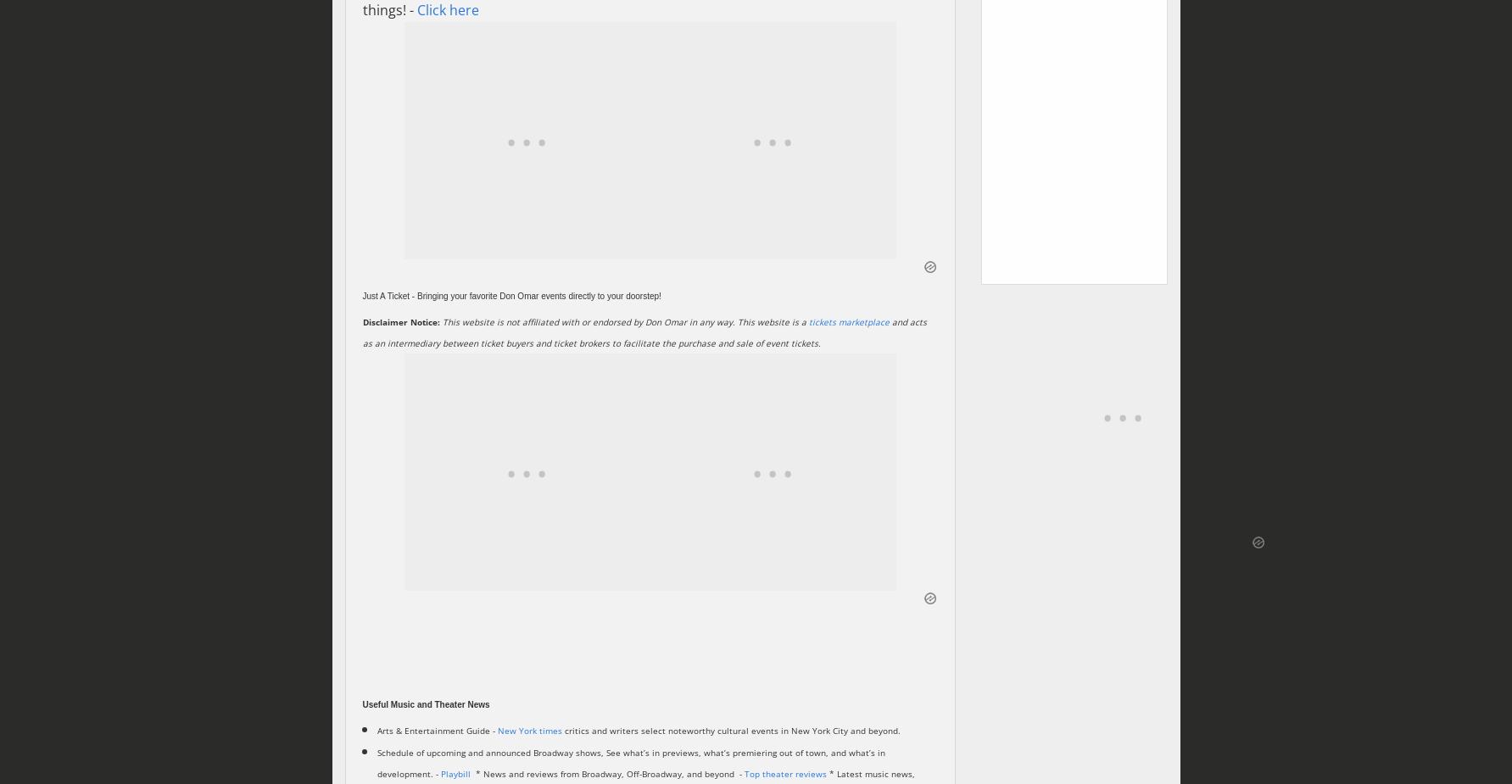 The image size is (1512, 784). What do you see at coordinates (606, 773) in the screenshot?
I see `'* News and reviews from Broadway, Off-Broadway, and beyond  - ‎'` at bounding box center [606, 773].